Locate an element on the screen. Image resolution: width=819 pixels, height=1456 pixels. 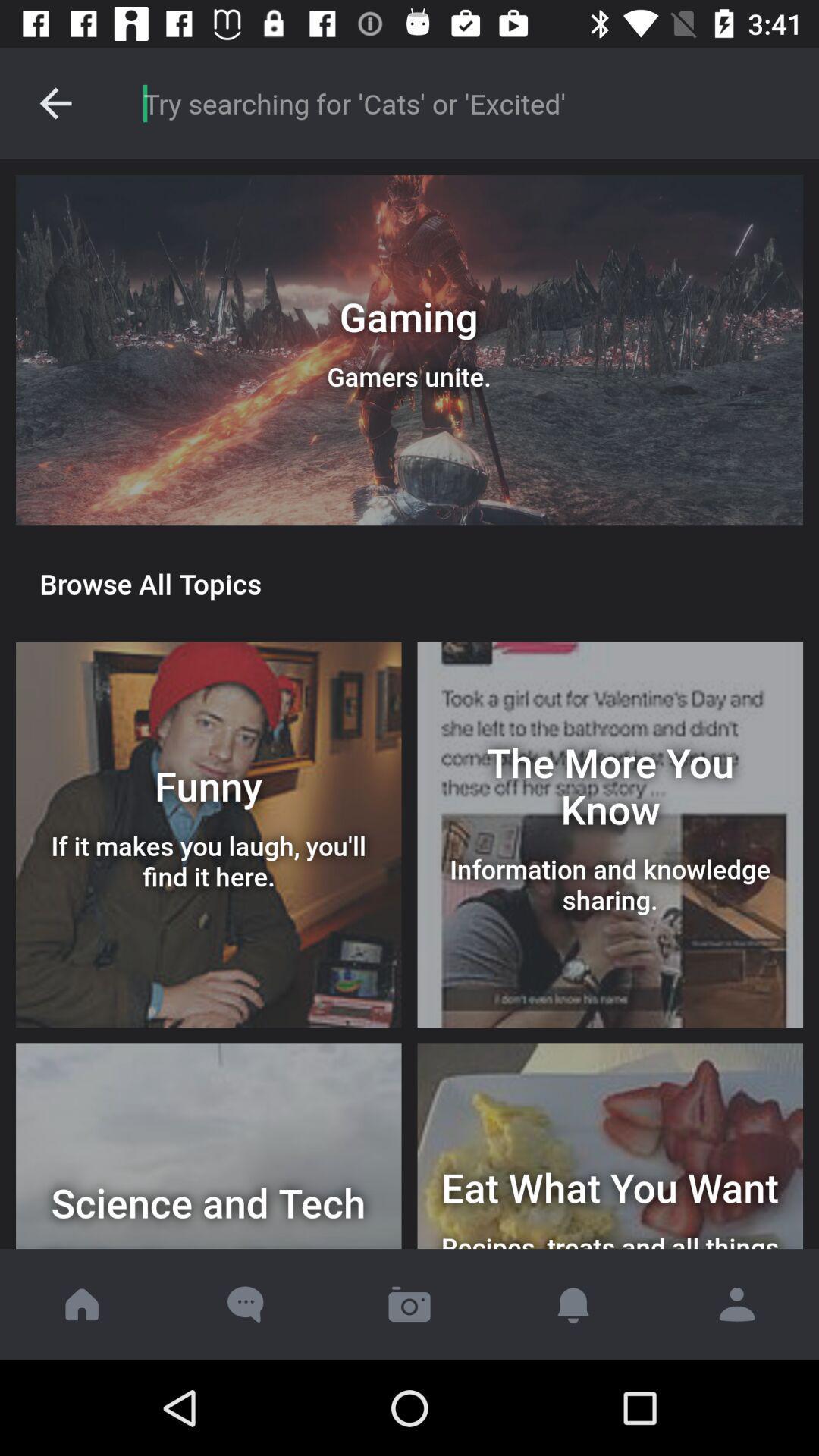
go back is located at coordinates (55, 102).